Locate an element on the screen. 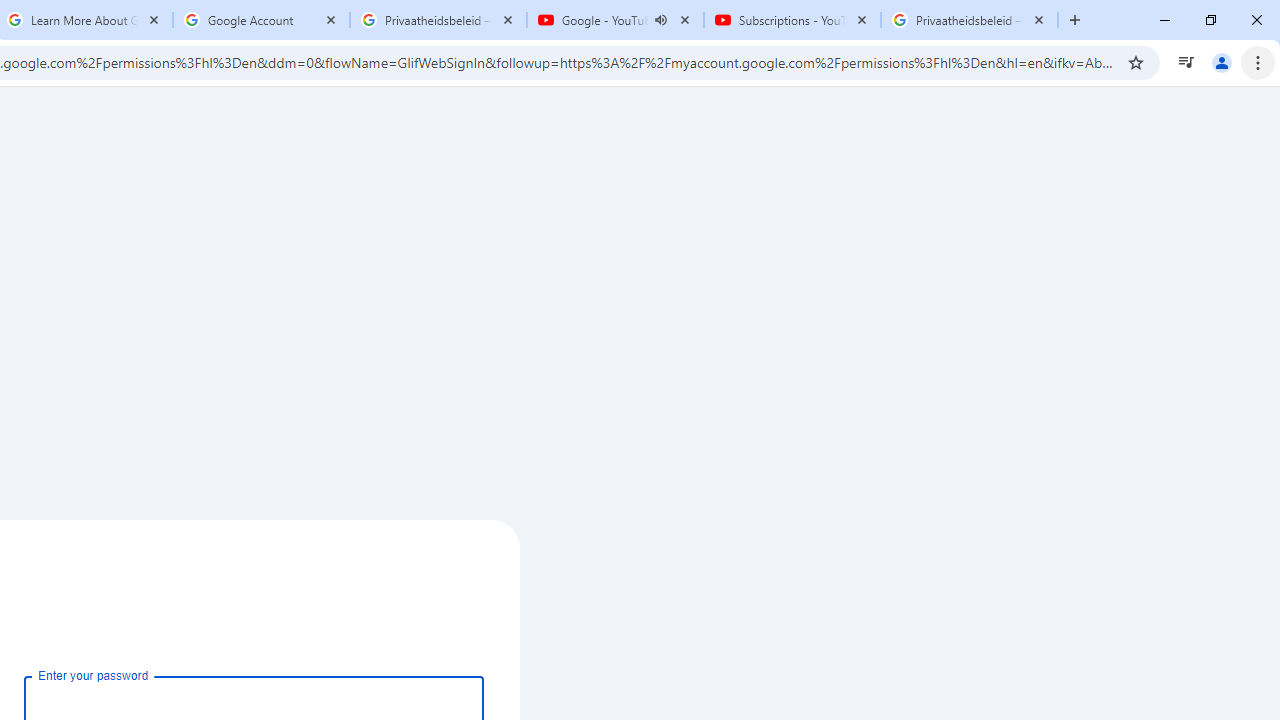  'Google - YouTube - Audio playing' is located at coordinates (614, 20).